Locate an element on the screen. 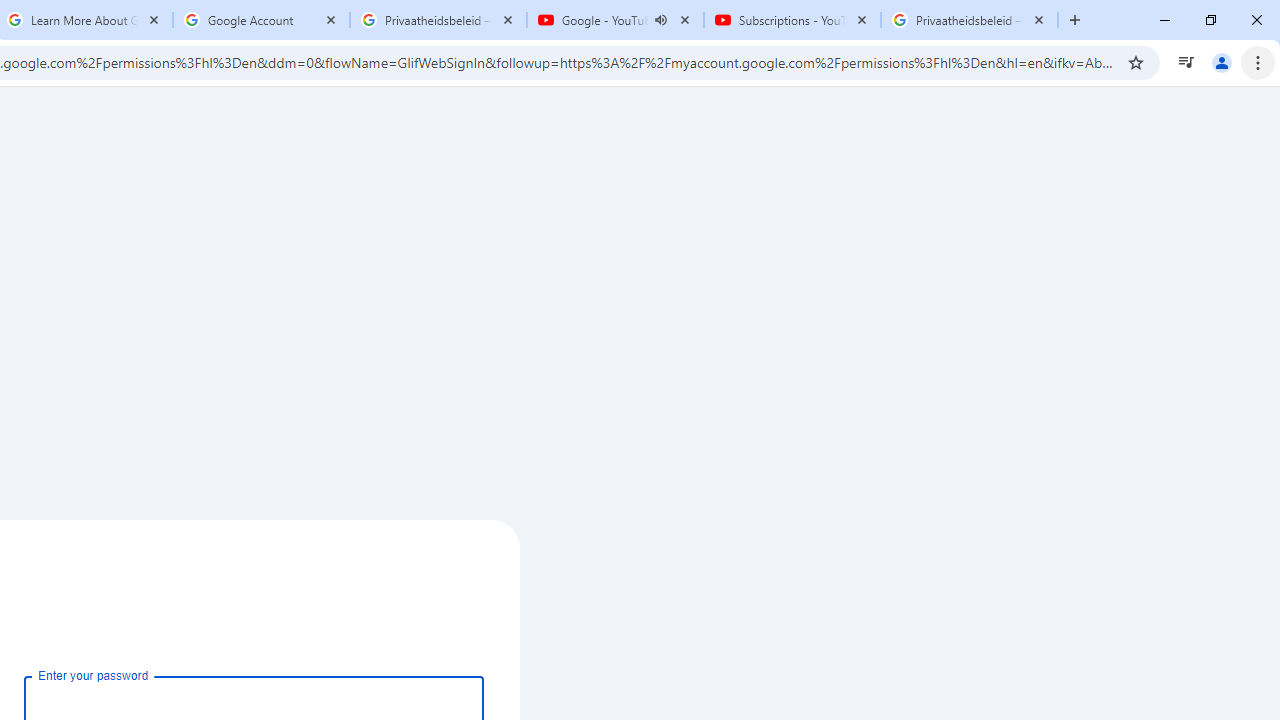  'Google - YouTube - Audio playing' is located at coordinates (614, 20).